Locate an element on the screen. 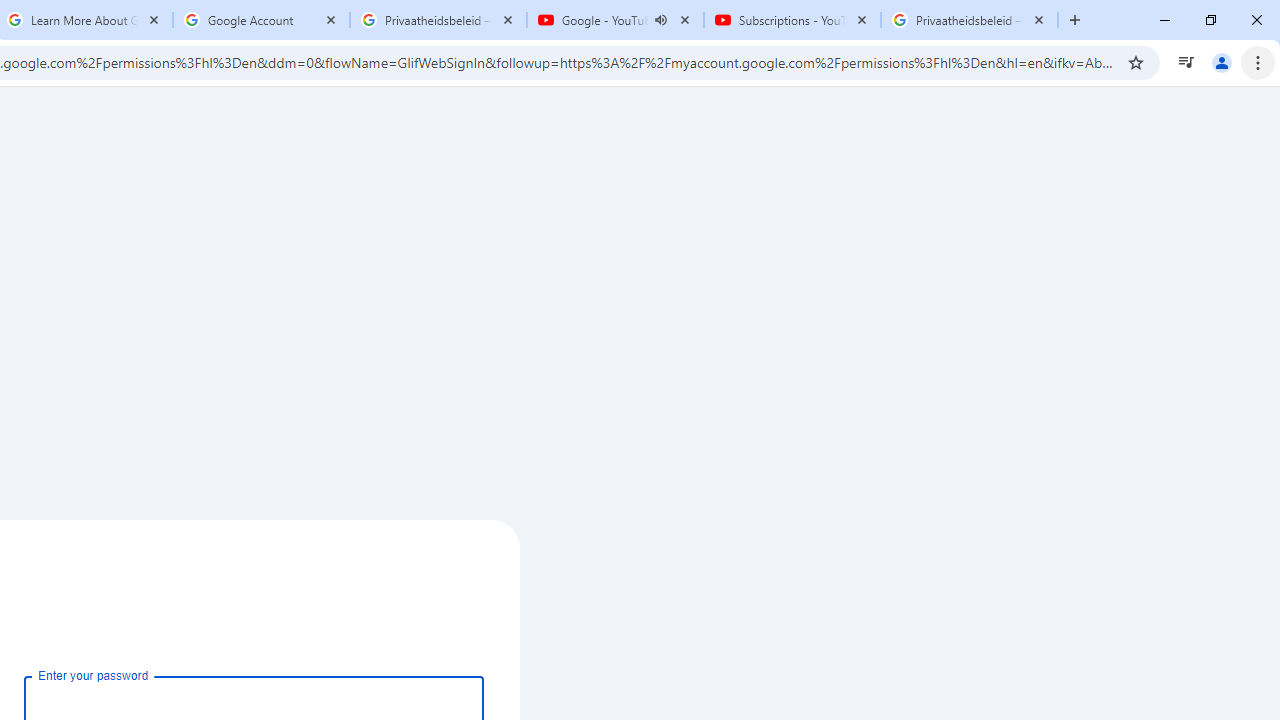  'Google - YouTube - Audio playing' is located at coordinates (614, 20).